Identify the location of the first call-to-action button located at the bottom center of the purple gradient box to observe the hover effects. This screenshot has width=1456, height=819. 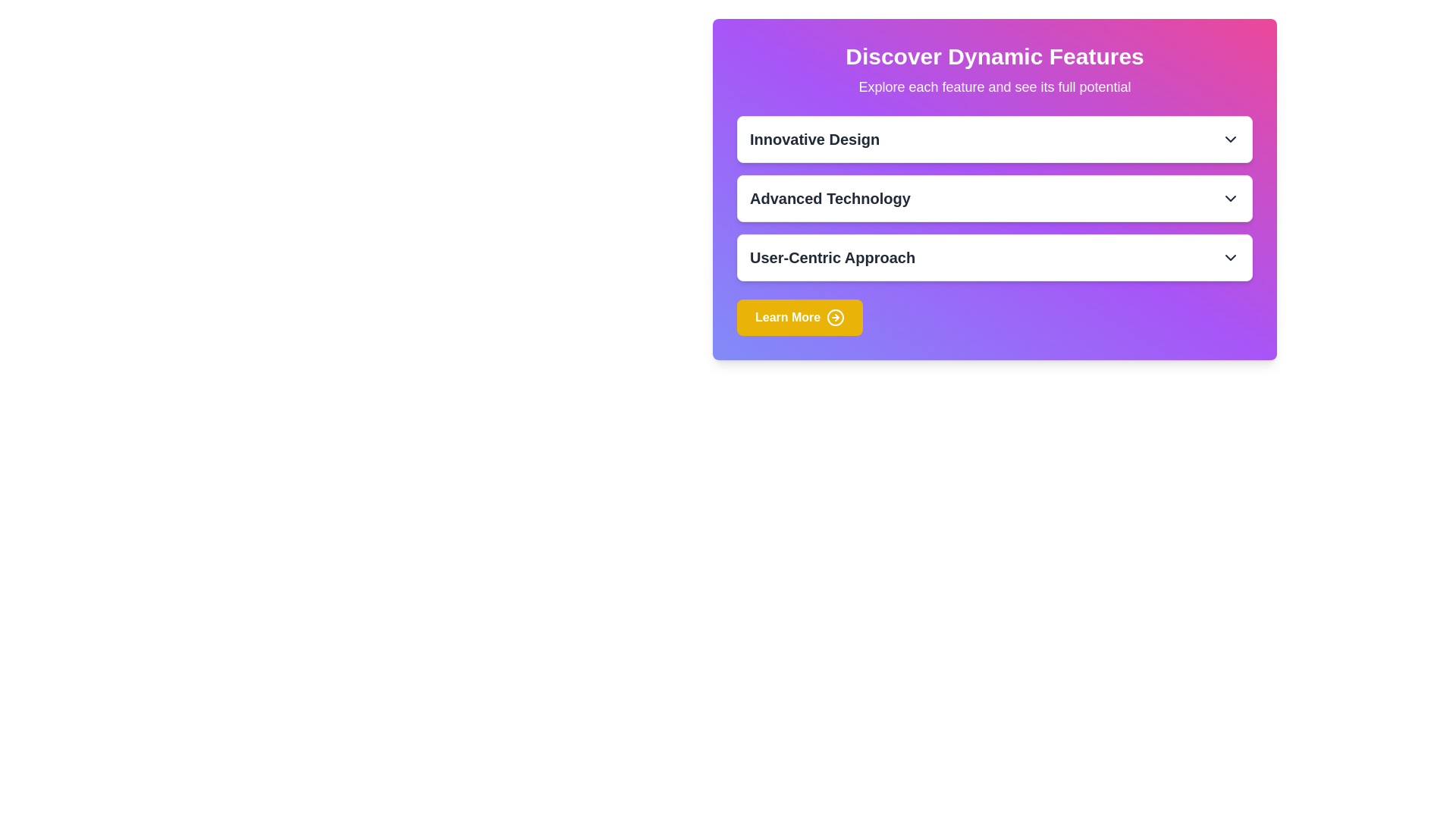
(799, 317).